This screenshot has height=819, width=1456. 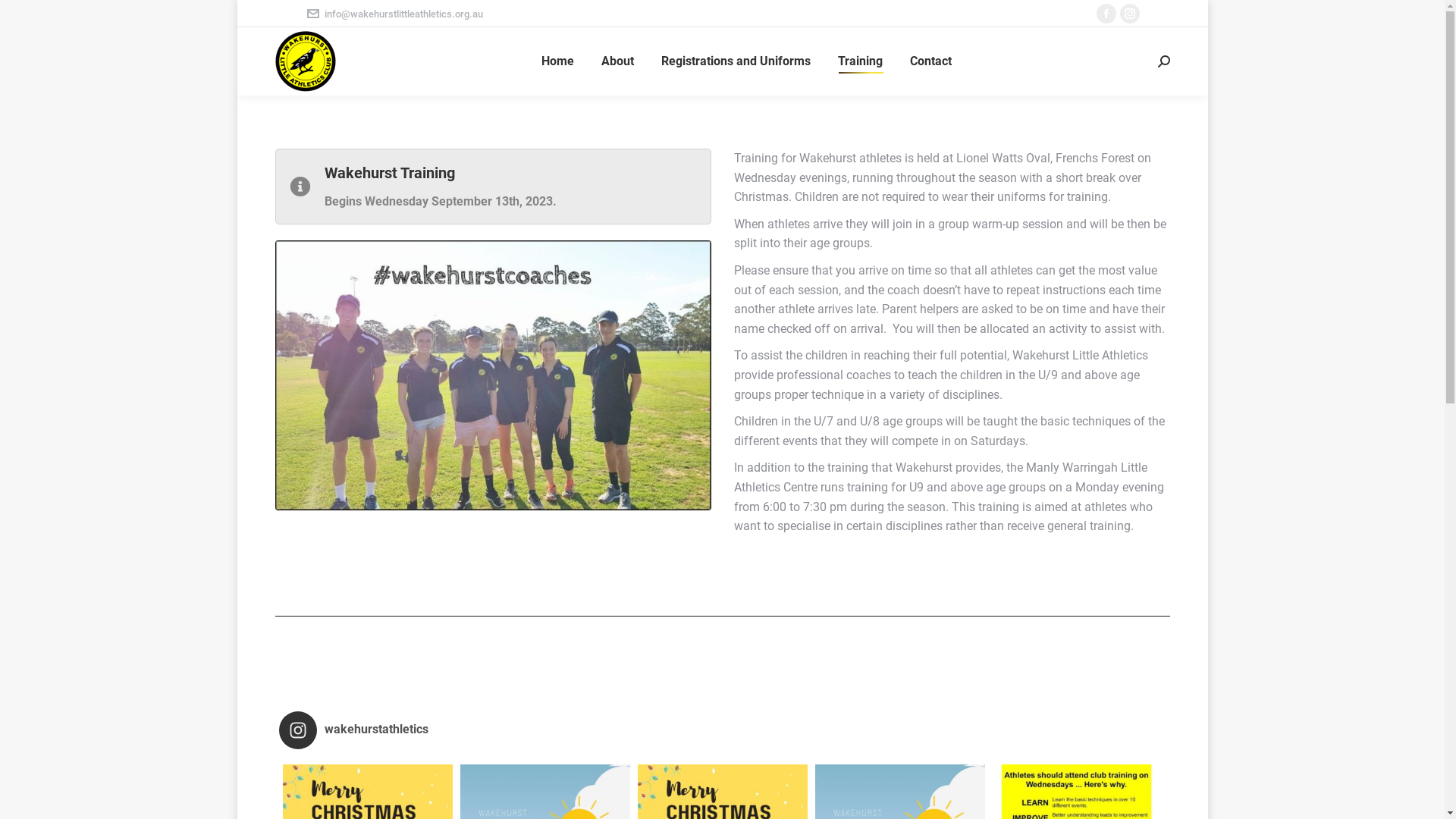 I want to click on 'Facebook page opens in new window', so click(x=1106, y=14).